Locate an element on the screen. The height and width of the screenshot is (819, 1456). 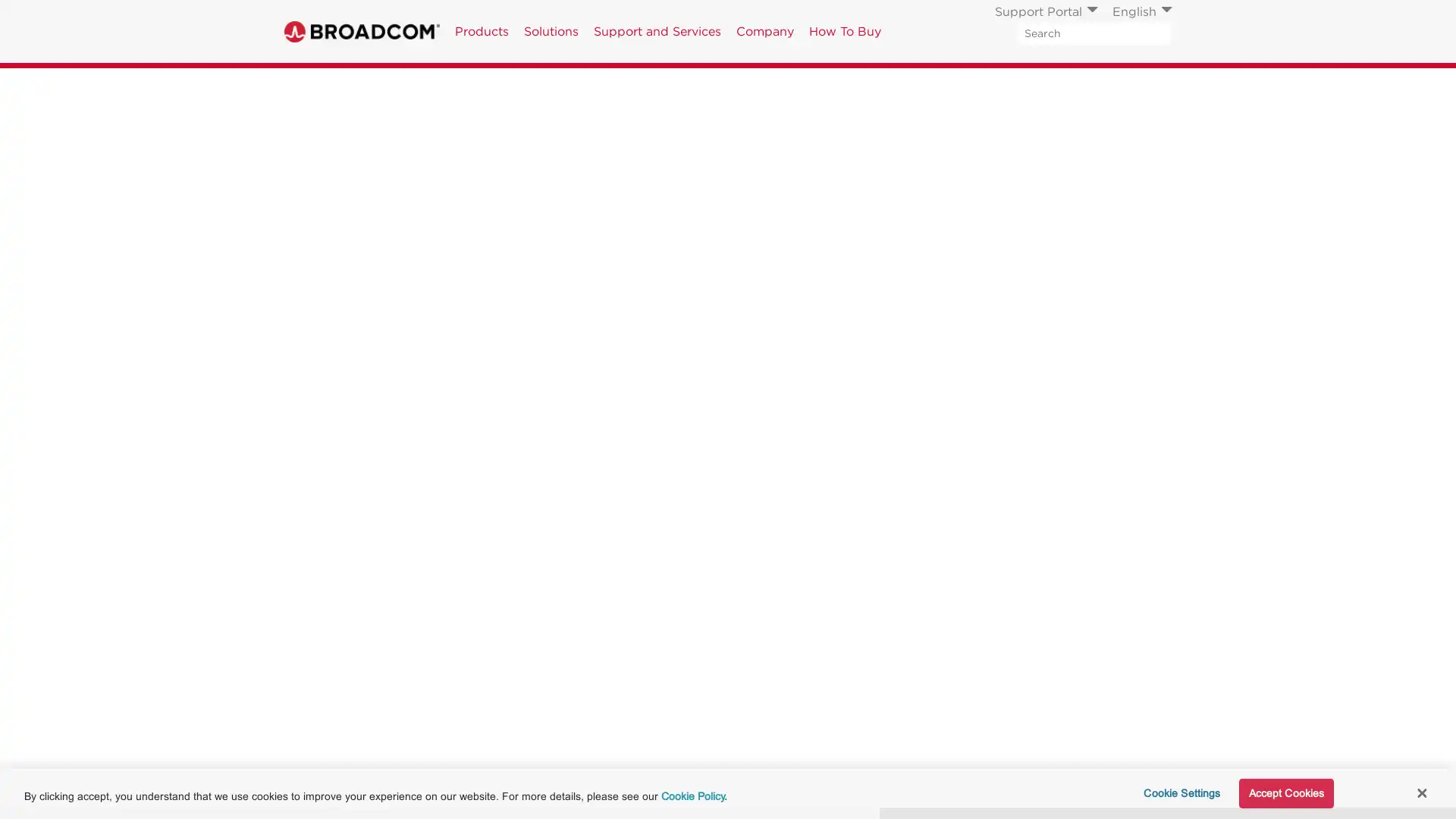
How To Buy is located at coordinates (844, 31).